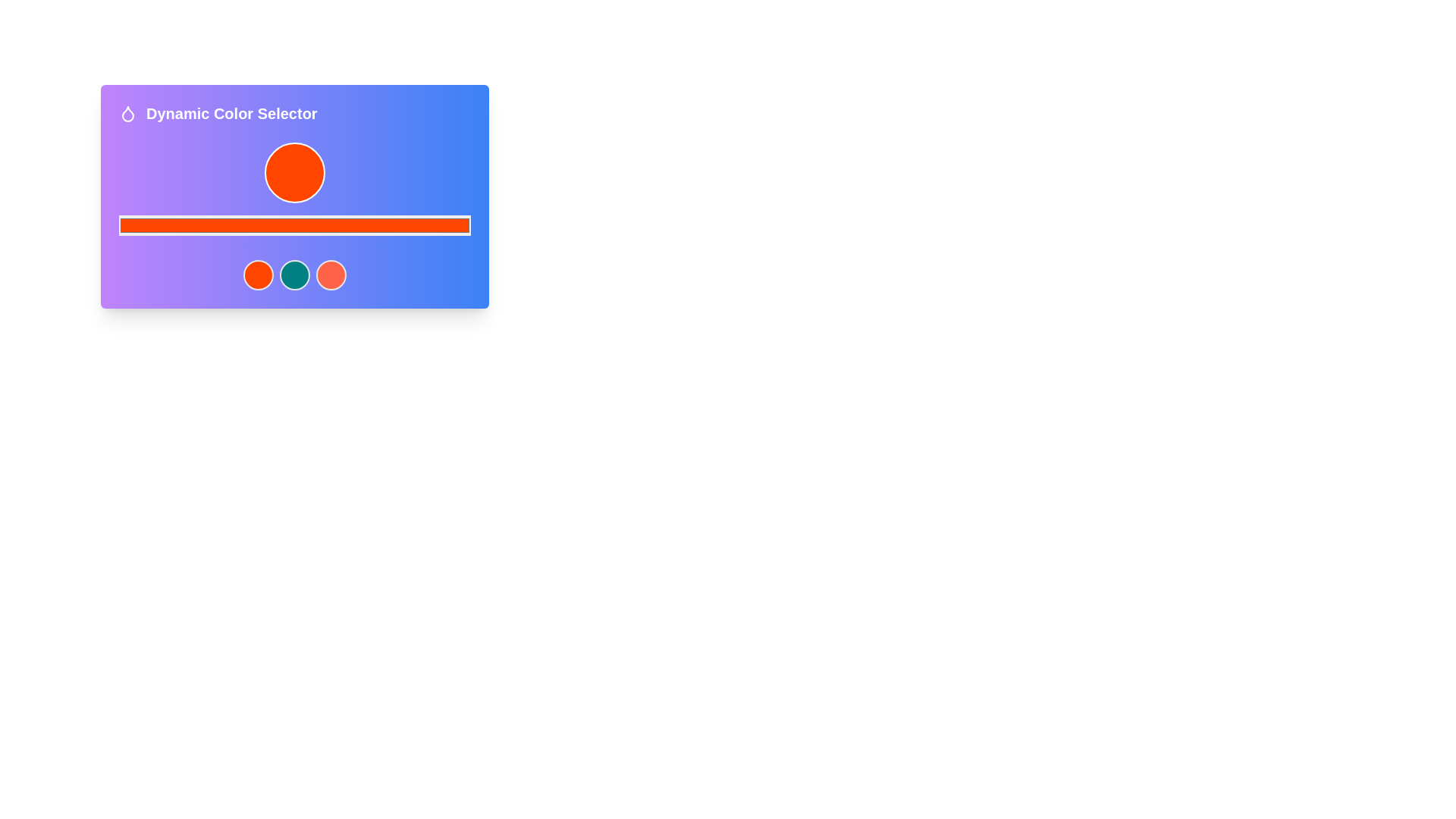  I want to click on text of the header or label positioned to the right of the water droplet icon in the top section of the interface, so click(231, 113).